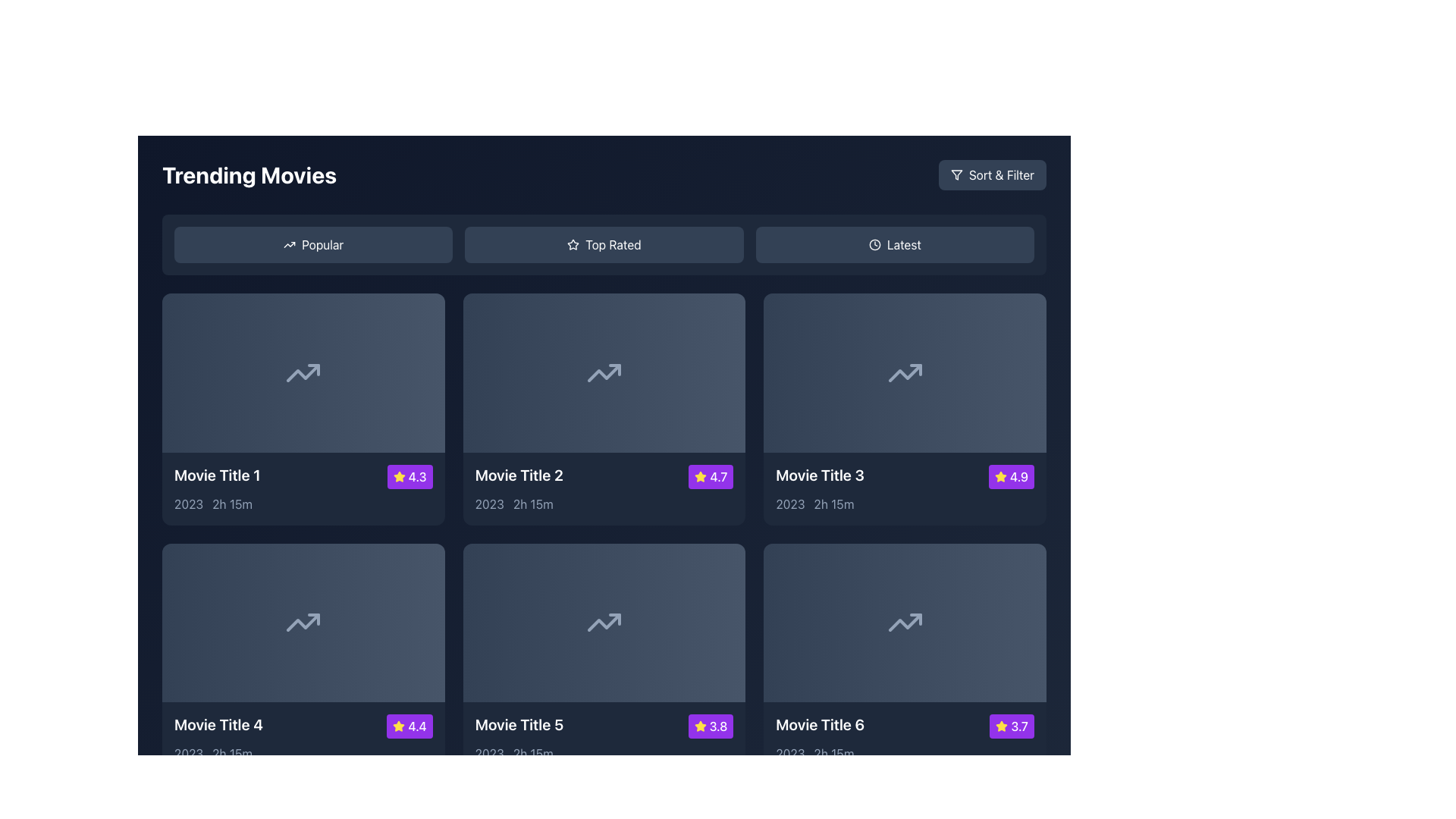 This screenshot has height=819, width=1456. I want to click on displayed numeric value '3.7' from the Text Label located at the bottom right corner of the 'Movie Title 6' tile, styled in white font on a purple background, so click(1019, 726).